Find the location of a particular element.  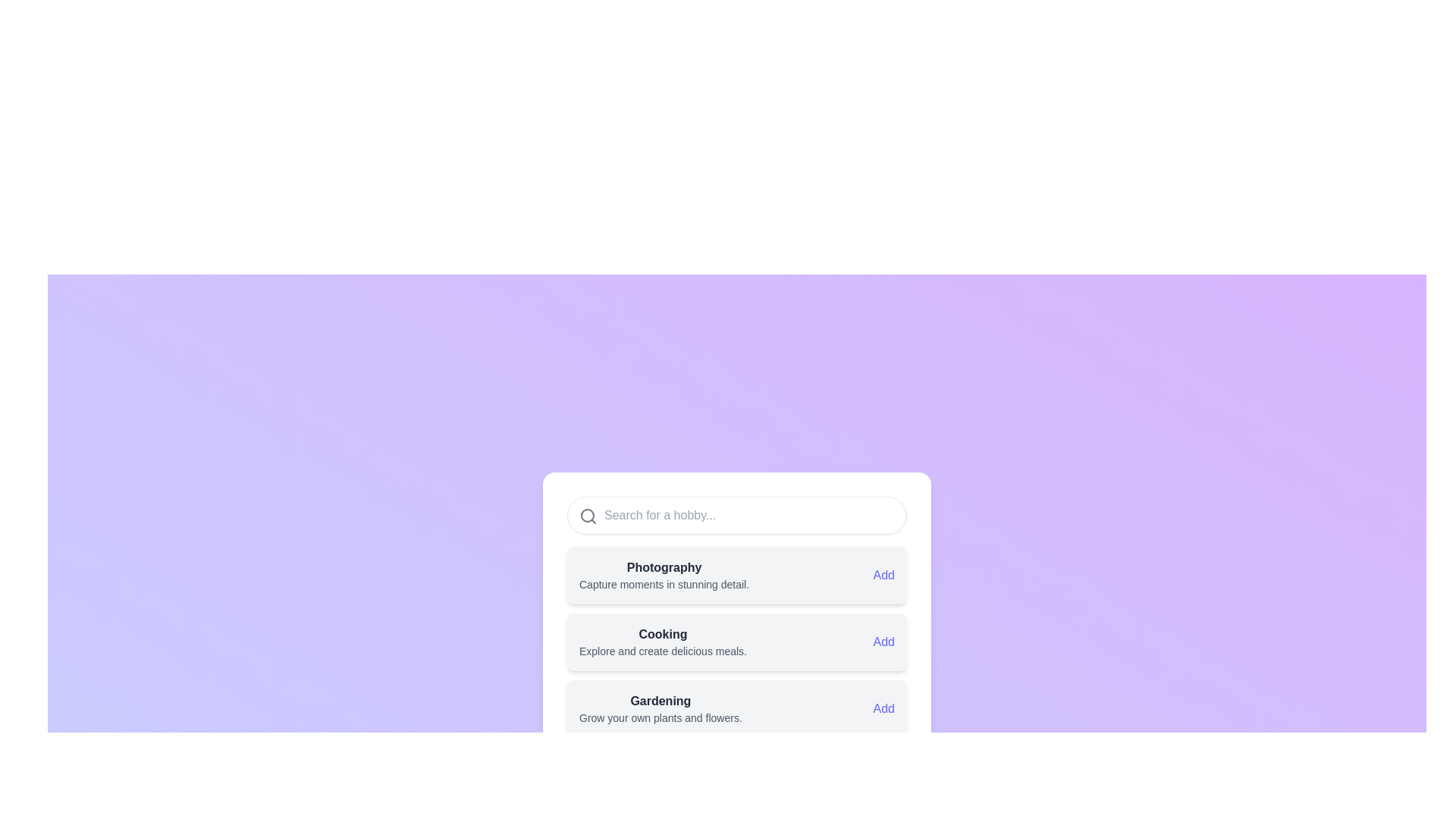

the 'Add' button, which is a blue-colored textual component located at the bottom-most card of a vertically stacked list of cards, aligned to the right side of the card is located at coordinates (883, 708).